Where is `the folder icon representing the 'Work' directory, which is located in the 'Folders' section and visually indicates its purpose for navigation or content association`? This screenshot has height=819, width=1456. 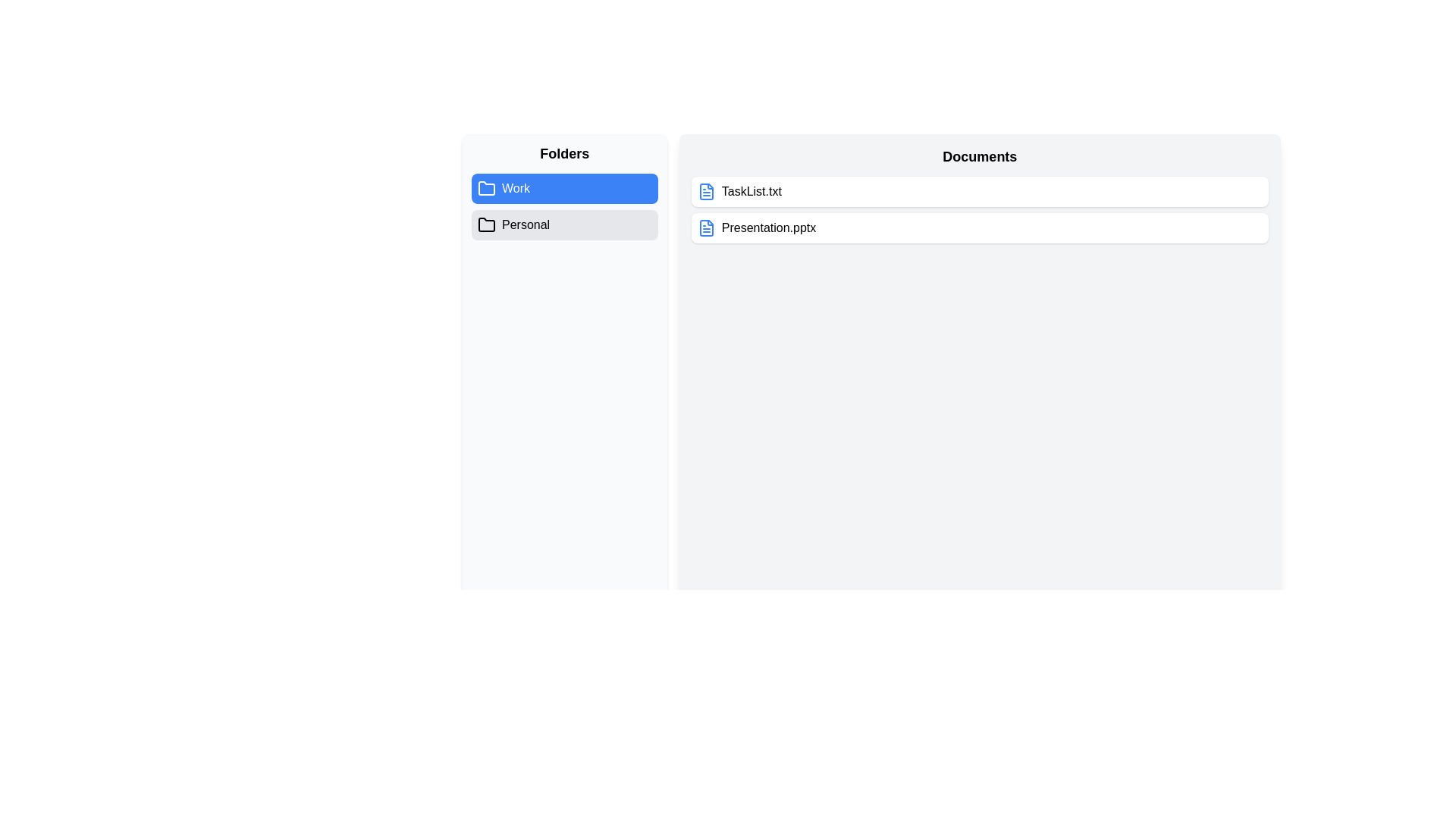 the folder icon representing the 'Work' directory, which is located in the 'Folders' section and visually indicates its purpose for navigation or content association is located at coordinates (487, 188).